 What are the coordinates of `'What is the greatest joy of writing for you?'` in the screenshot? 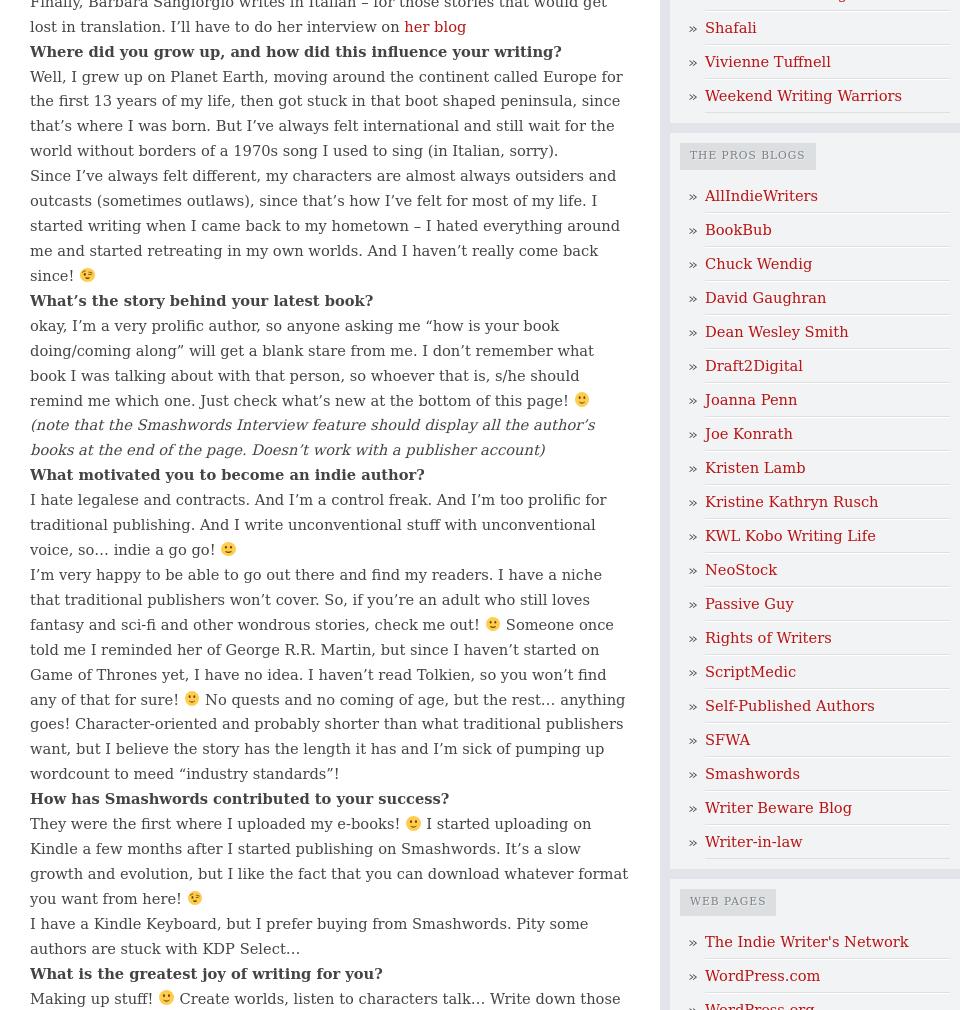 It's located at (206, 972).